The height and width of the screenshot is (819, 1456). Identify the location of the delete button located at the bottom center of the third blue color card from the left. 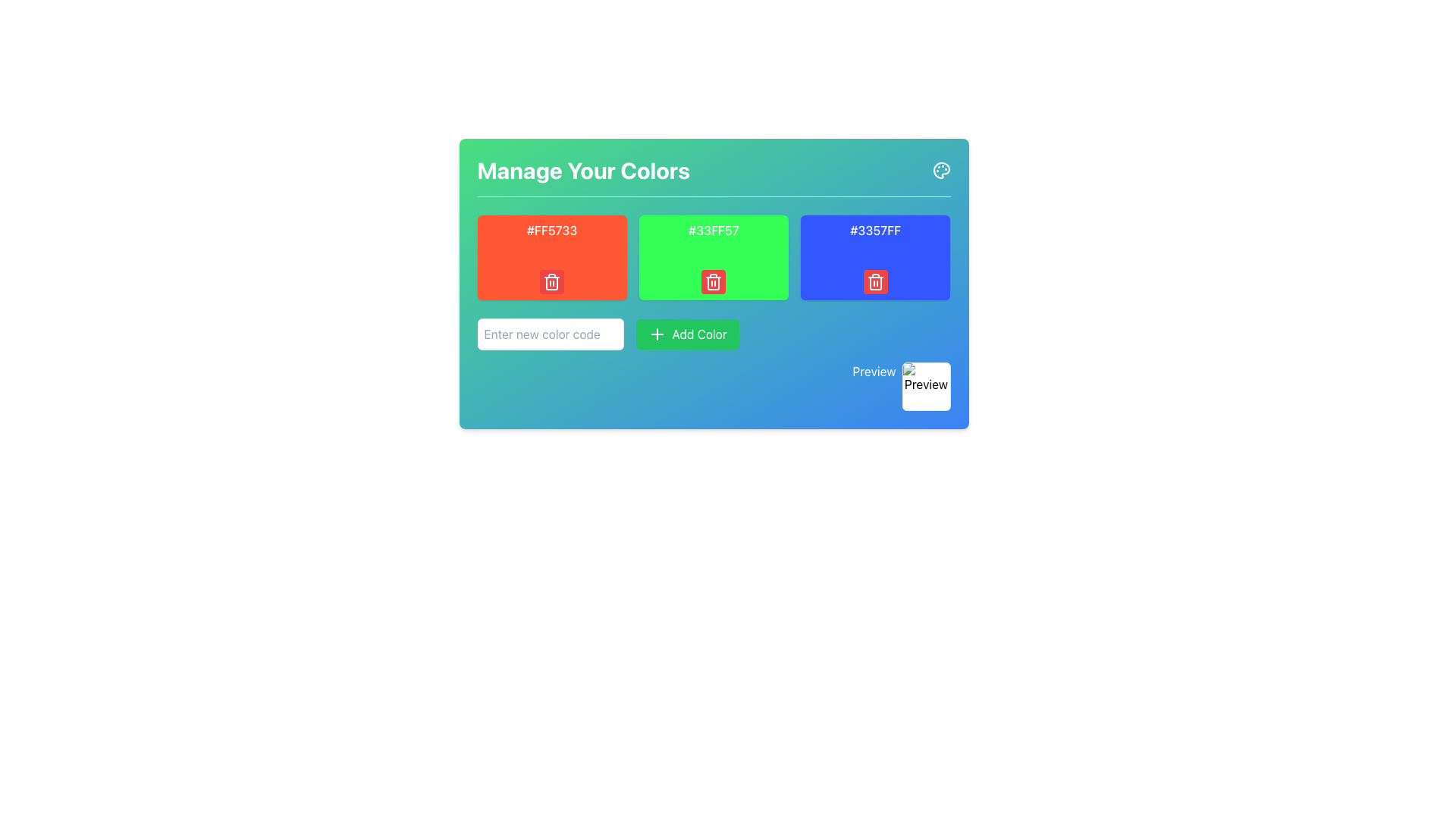
(875, 281).